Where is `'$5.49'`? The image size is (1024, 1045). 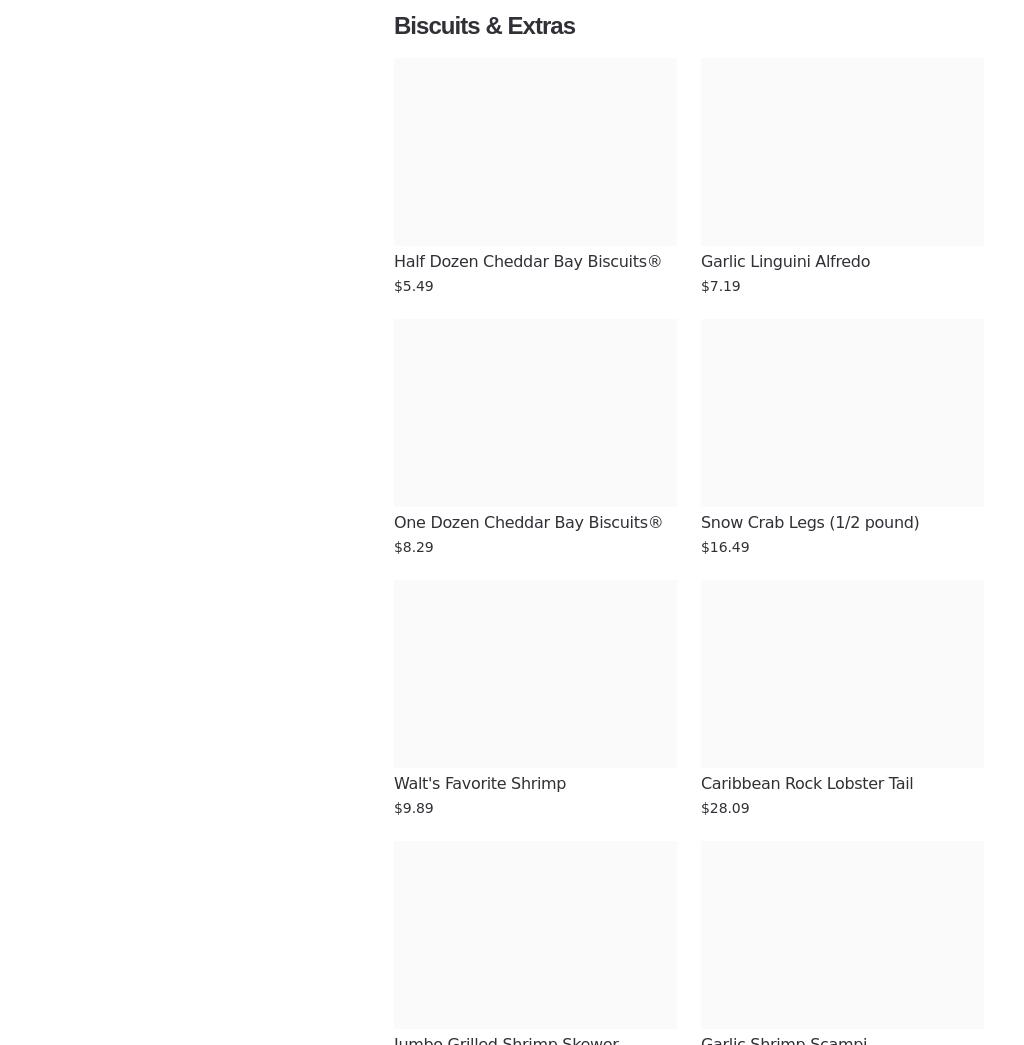 '$5.49' is located at coordinates (412, 285).